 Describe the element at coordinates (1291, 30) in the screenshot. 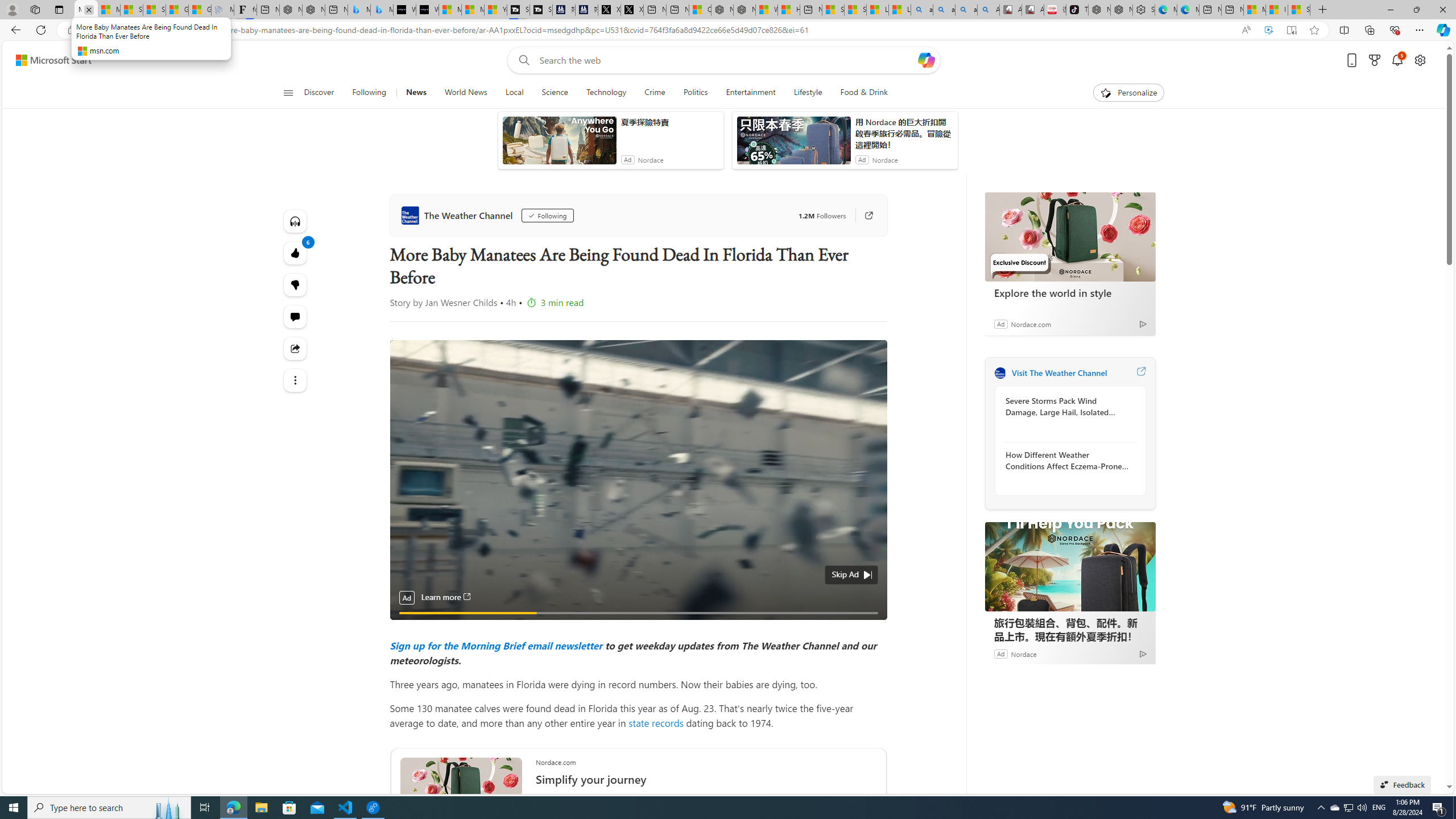

I see `'Enter Immersive Reader (F9)'` at that location.